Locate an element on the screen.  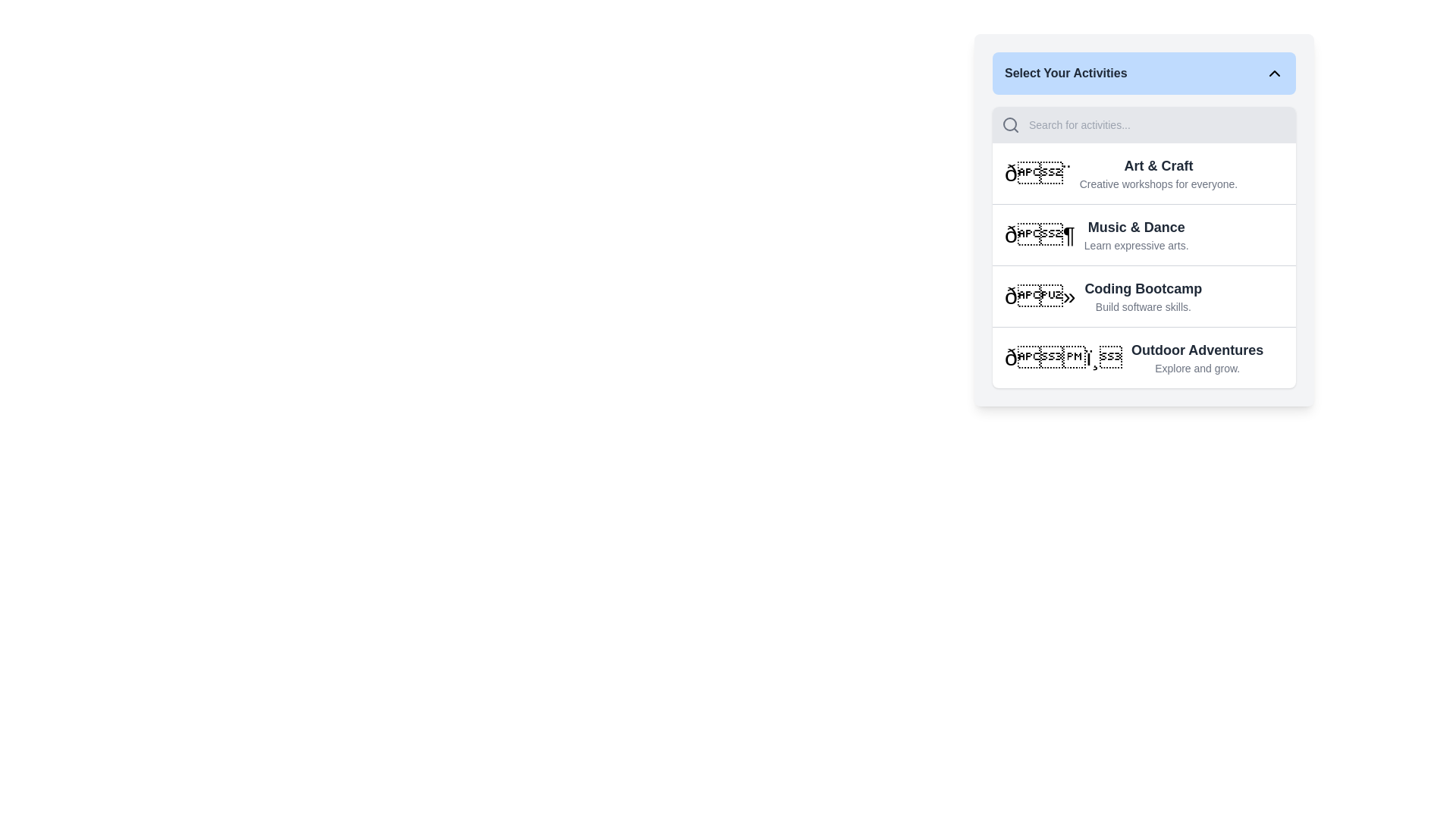
text label that says 'Explore and grow.' which is styled in light gray and positioned under the 'Outdoor Adventures' heading is located at coordinates (1197, 369).